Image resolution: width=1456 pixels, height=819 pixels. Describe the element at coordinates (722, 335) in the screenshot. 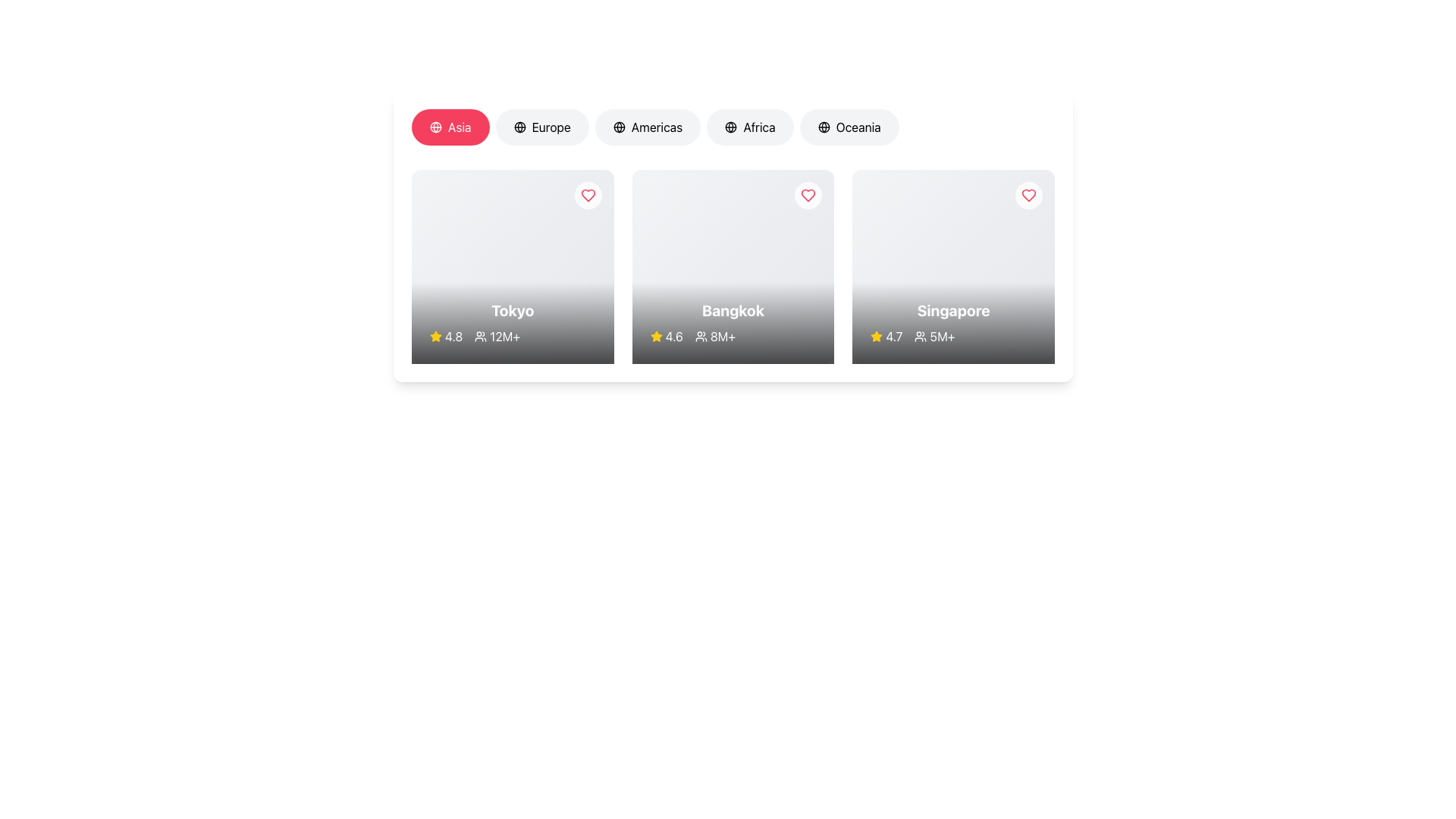

I see `the text label displaying '8M+' which is styled with white text on a gray background, located within a statistical data grouping to the right of a people icon in the third card of location details` at that location.